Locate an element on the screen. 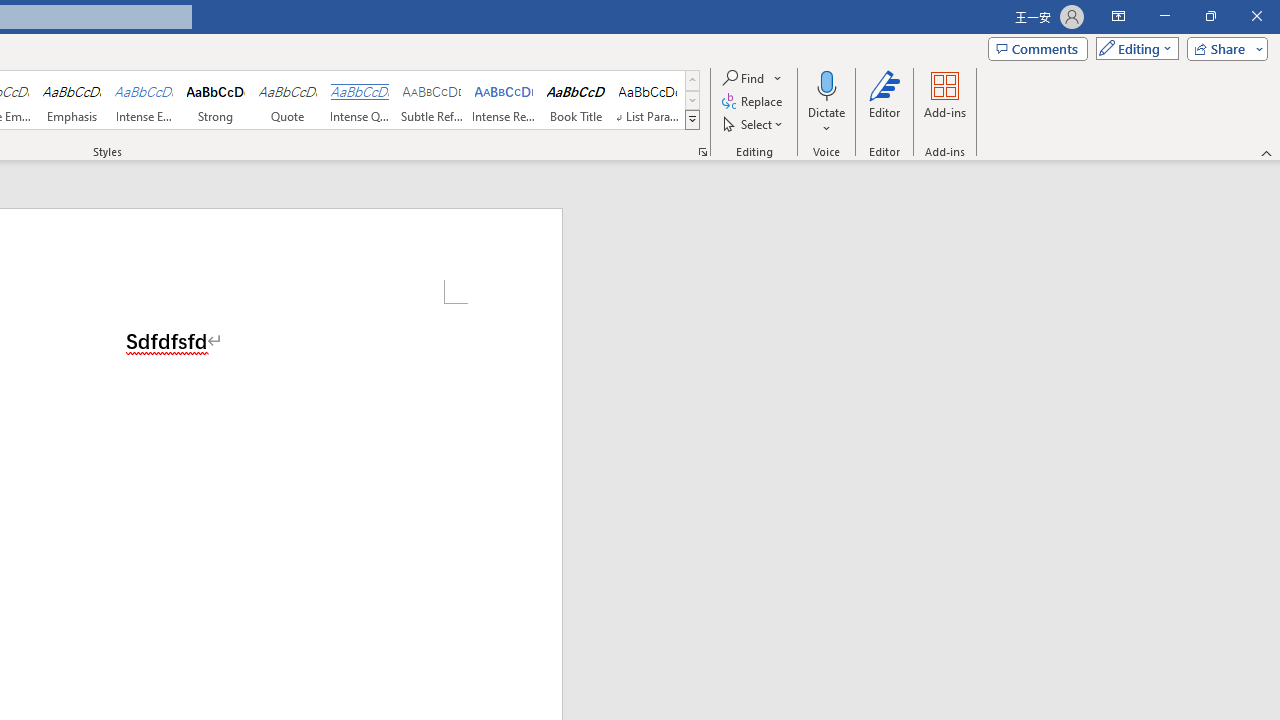 This screenshot has height=720, width=1280. 'Emphasis' is located at coordinates (71, 100).